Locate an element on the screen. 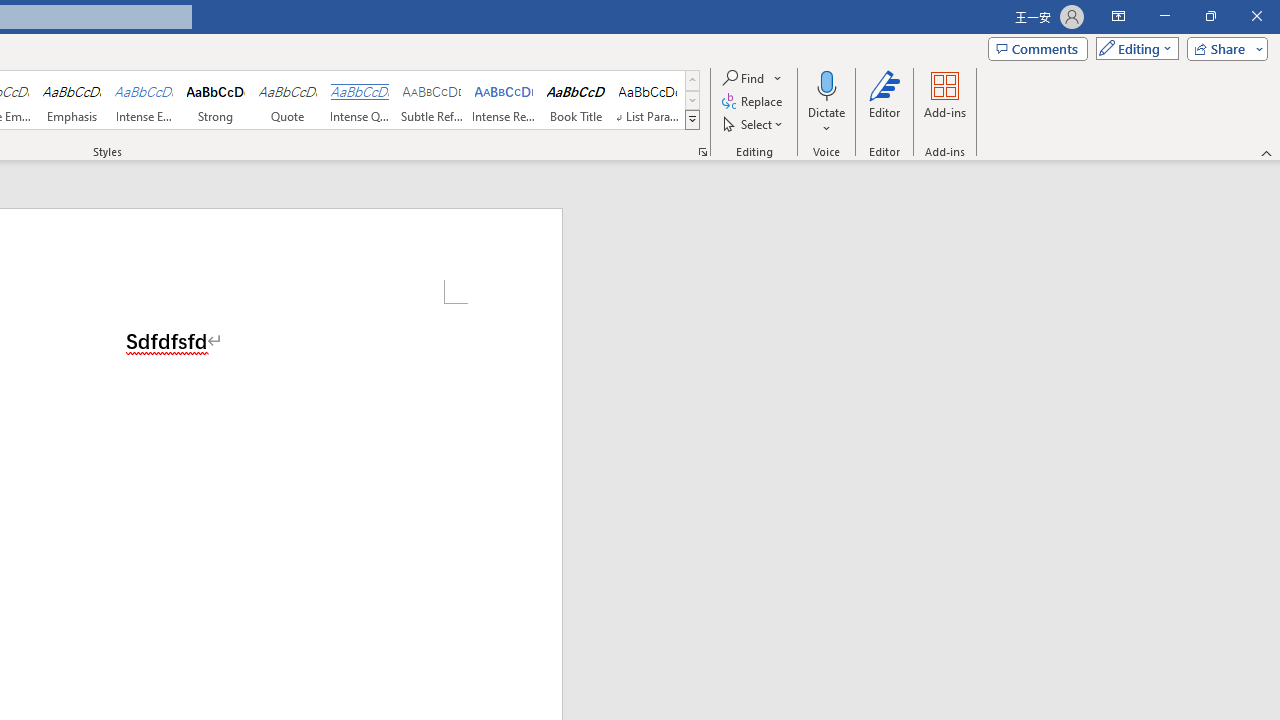 This screenshot has height=720, width=1280. 'Emphasis' is located at coordinates (71, 100).